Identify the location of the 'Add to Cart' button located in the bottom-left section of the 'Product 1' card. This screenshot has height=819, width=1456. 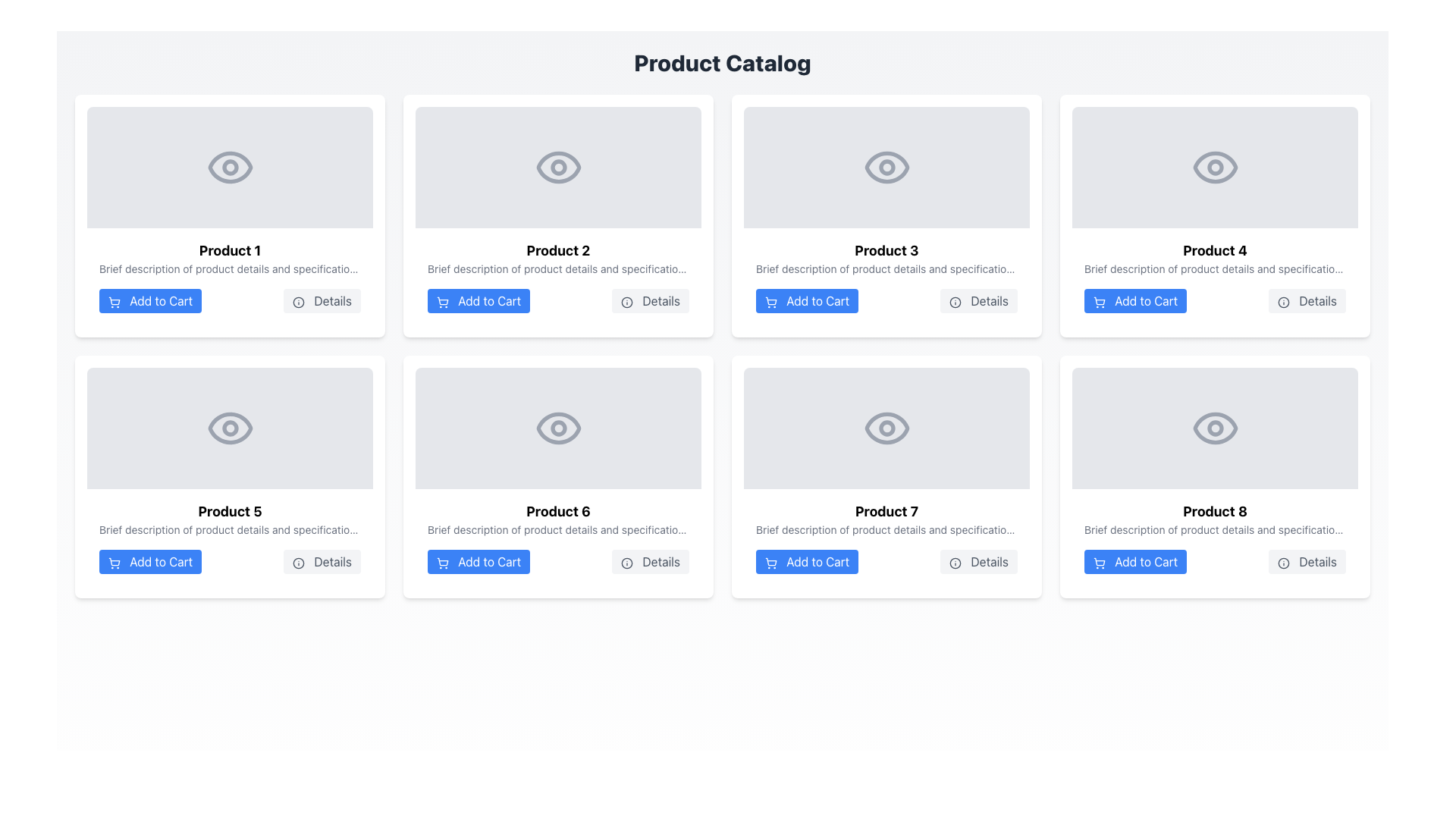
(150, 301).